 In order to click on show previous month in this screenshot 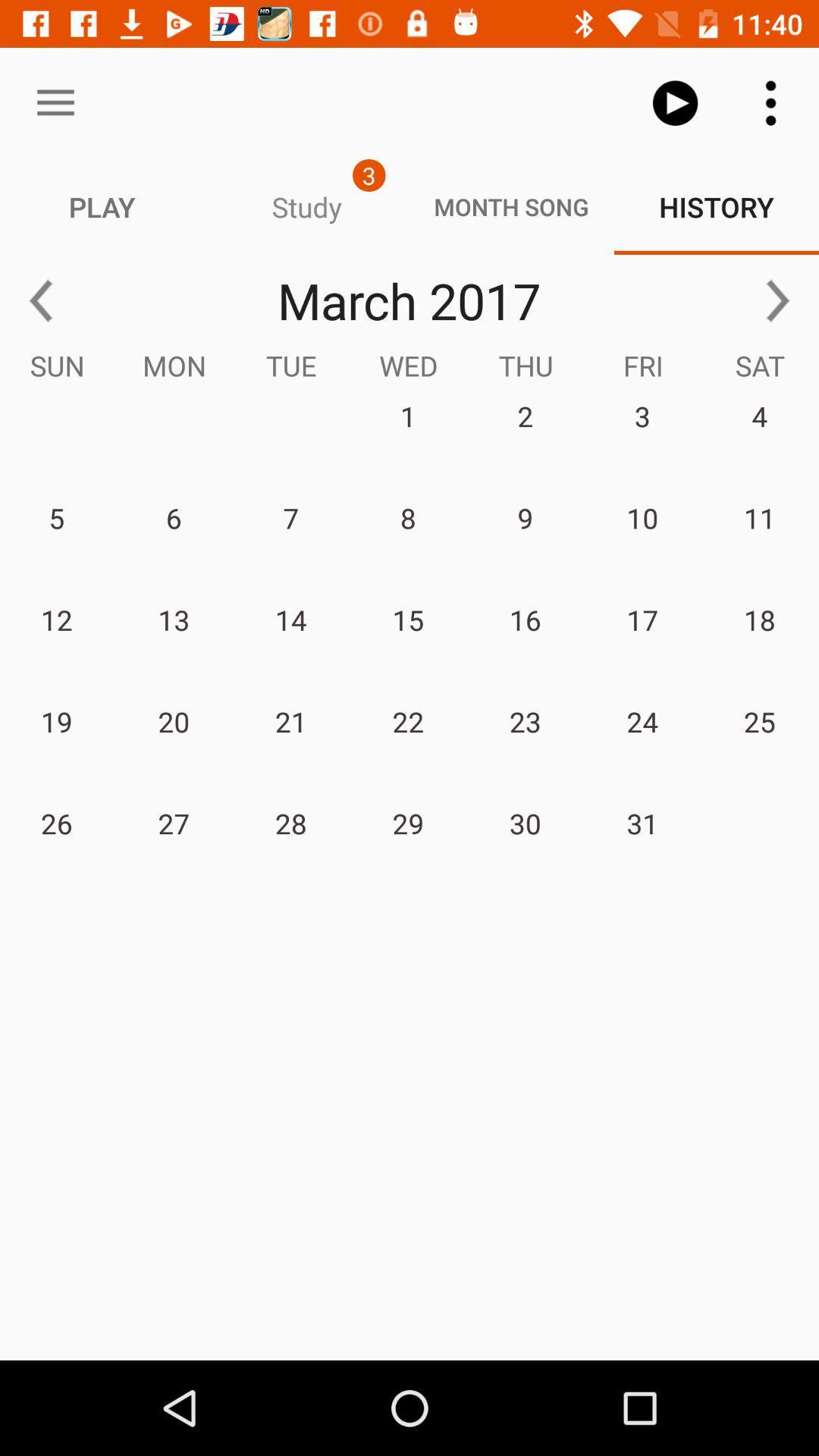, I will do `click(40, 300)`.